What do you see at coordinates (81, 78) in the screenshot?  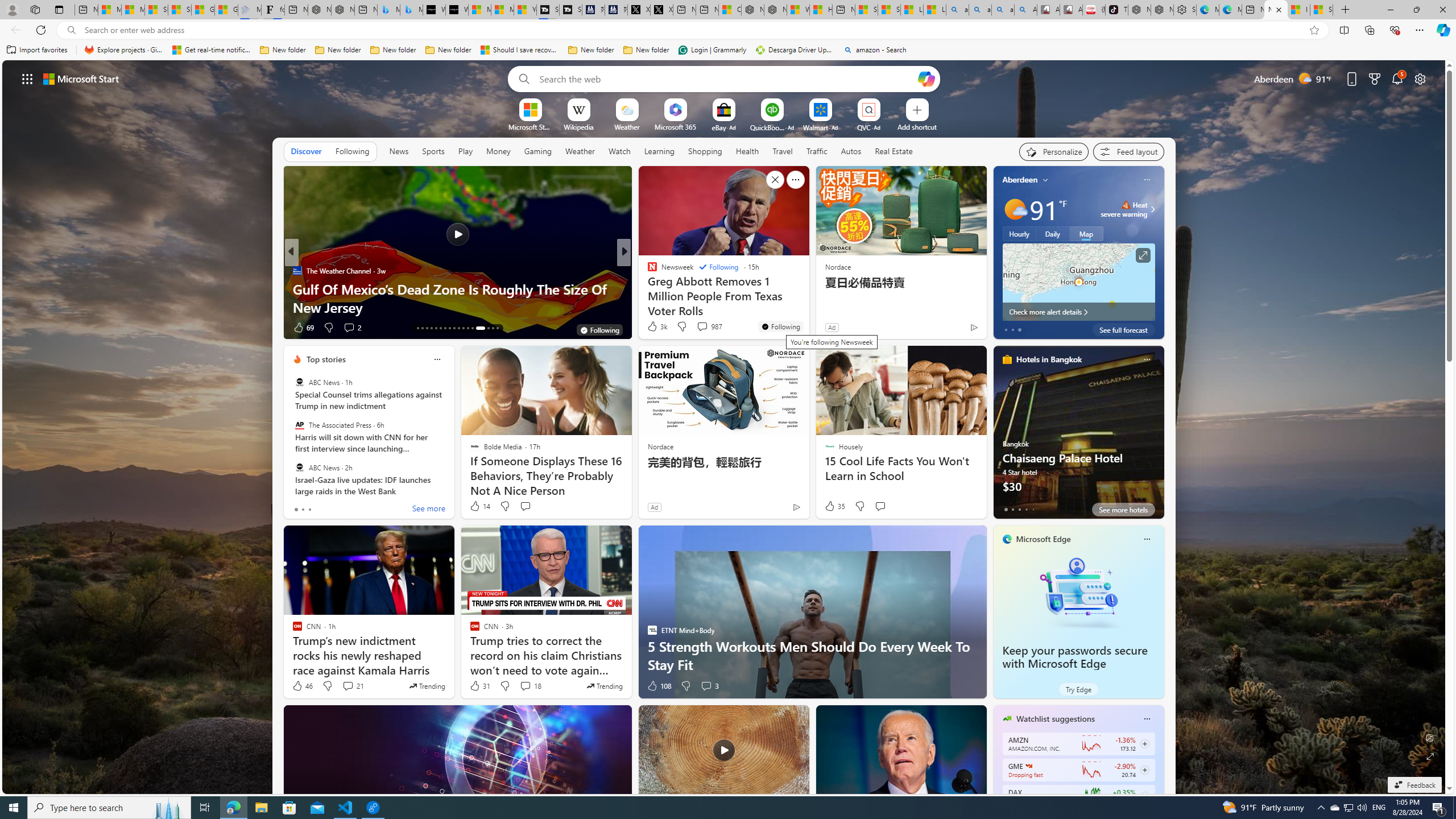 I see `'Microsoft start'` at bounding box center [81, 78].